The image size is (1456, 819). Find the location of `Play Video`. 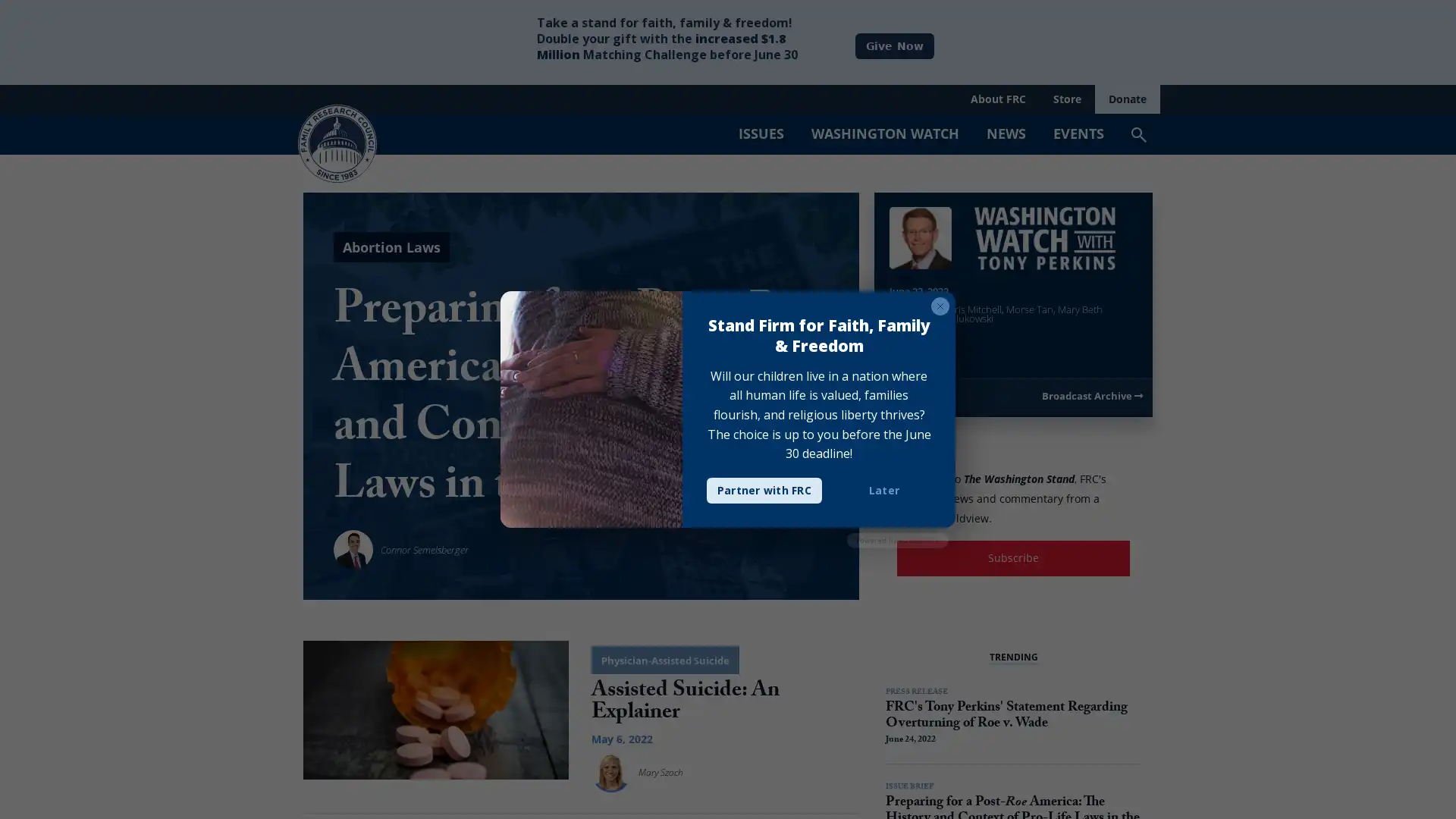

Play Video is located at coordinates (904, 346).